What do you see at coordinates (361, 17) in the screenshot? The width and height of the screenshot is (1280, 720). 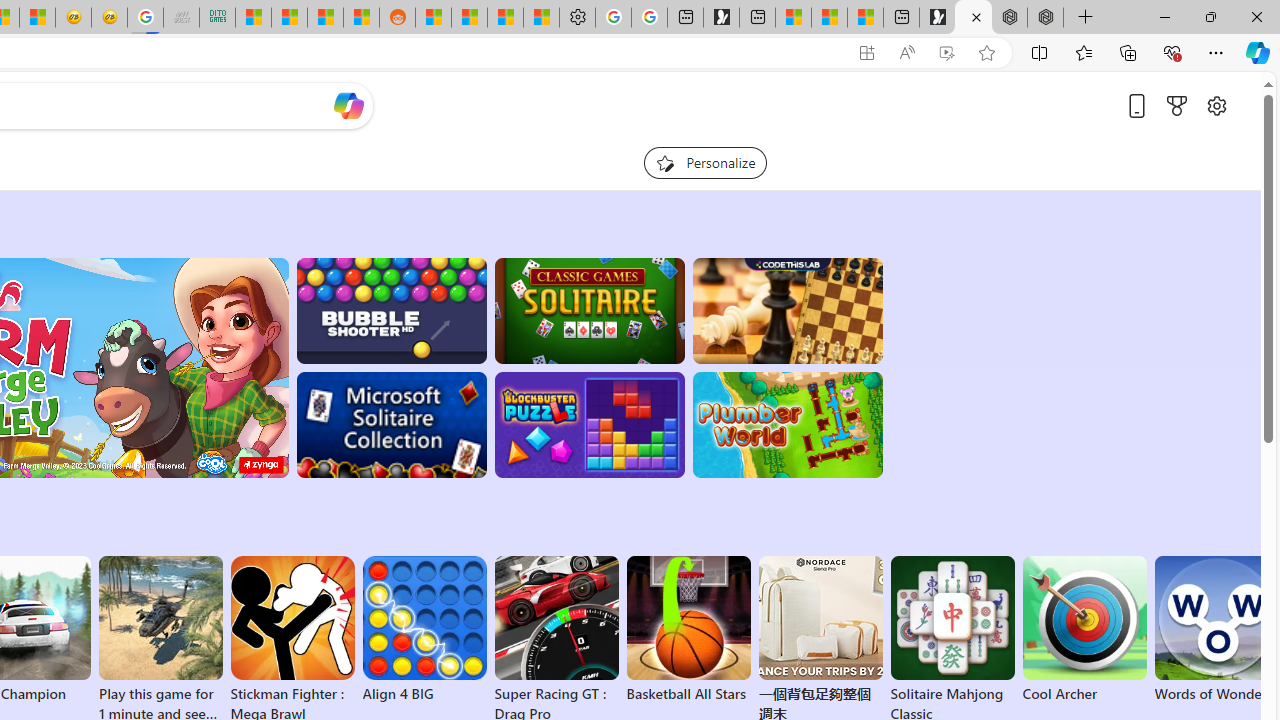 I see `'MSN'` at bounding box center [361, 17].